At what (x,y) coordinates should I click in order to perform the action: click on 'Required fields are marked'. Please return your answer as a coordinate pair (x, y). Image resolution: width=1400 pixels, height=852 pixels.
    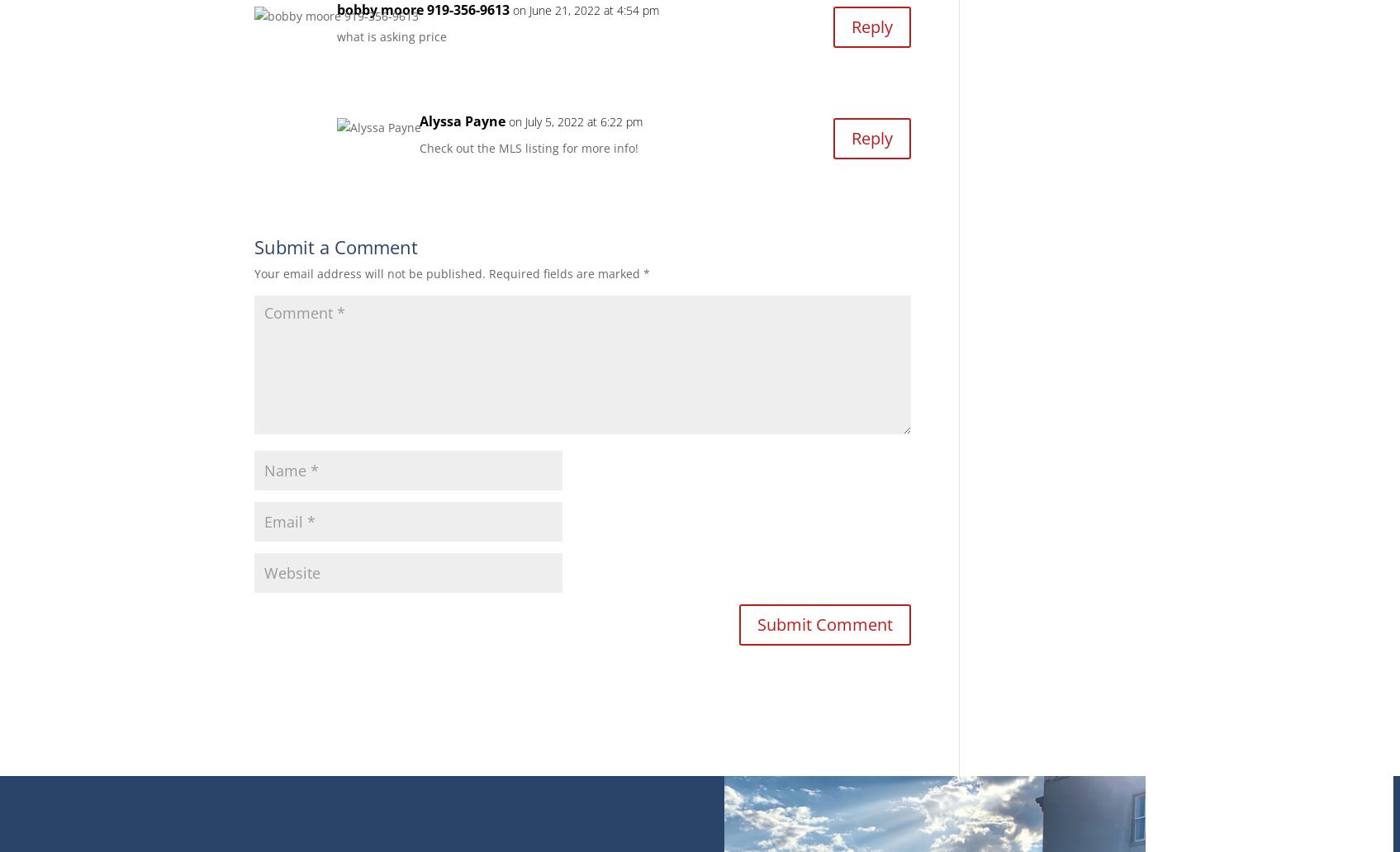
    Looking at the image, I should click on (565, 272).